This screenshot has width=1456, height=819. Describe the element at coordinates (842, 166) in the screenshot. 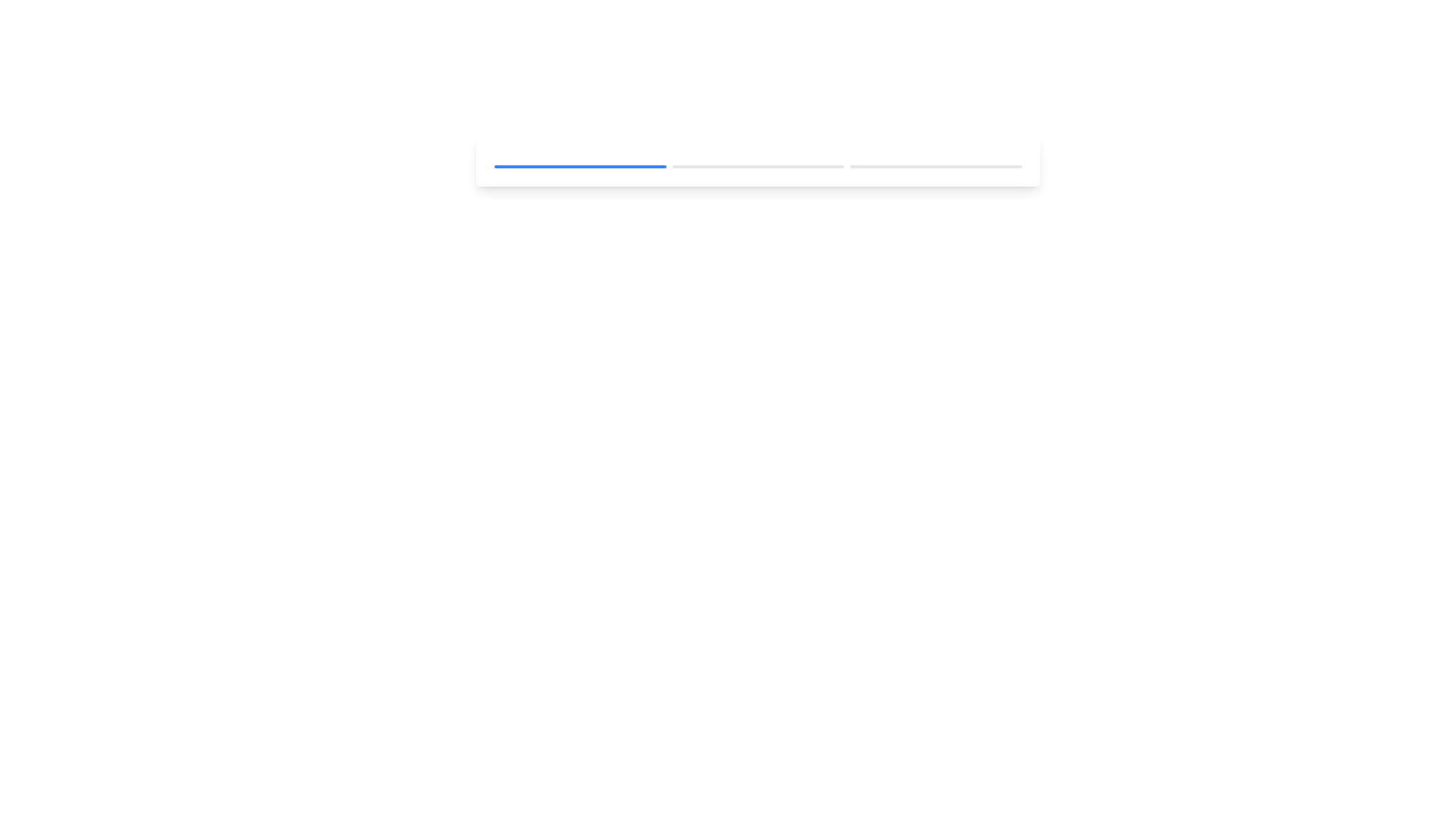

I see `the slider` at that location.